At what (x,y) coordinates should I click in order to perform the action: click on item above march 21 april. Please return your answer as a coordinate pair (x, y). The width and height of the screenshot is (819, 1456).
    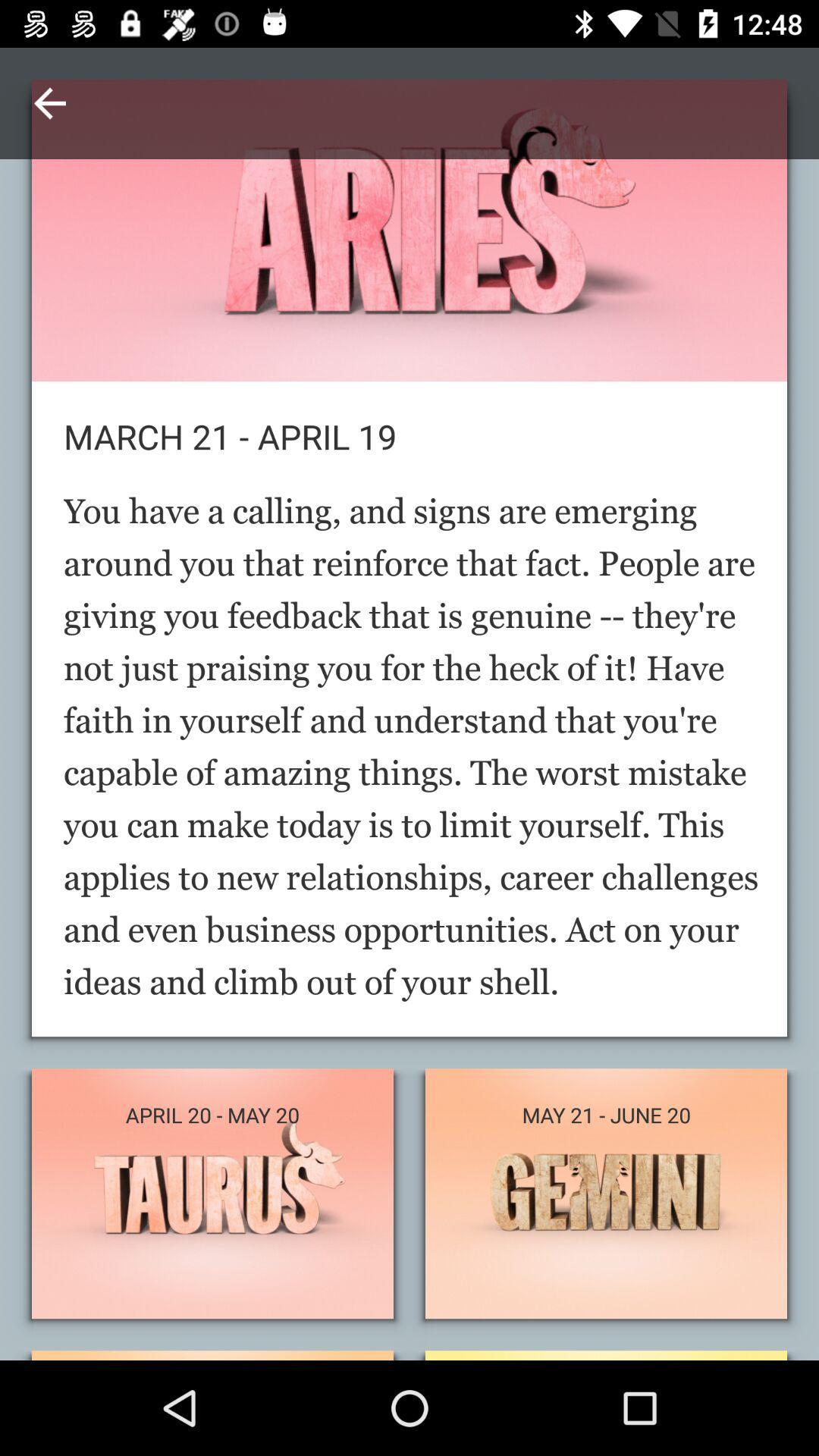
    Looking at the image, I should click on (49, 102).